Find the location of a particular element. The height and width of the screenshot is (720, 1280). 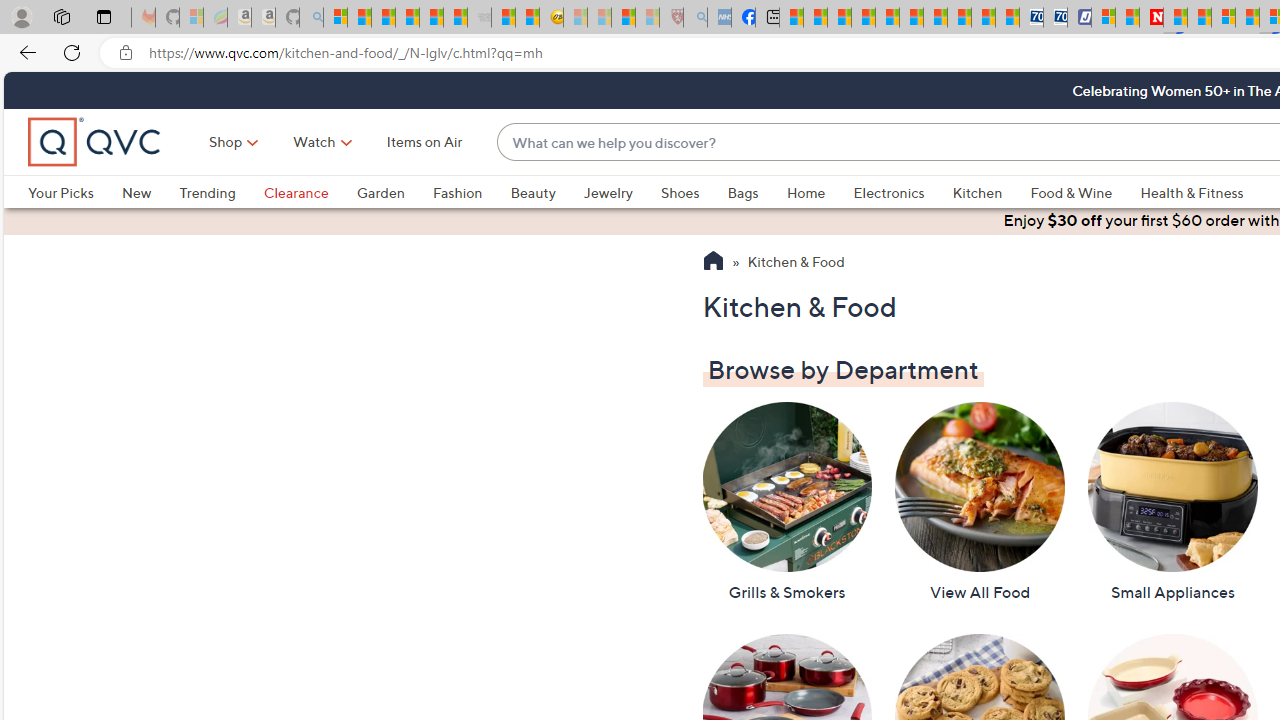

'New' is located at coordinates (135, 192).